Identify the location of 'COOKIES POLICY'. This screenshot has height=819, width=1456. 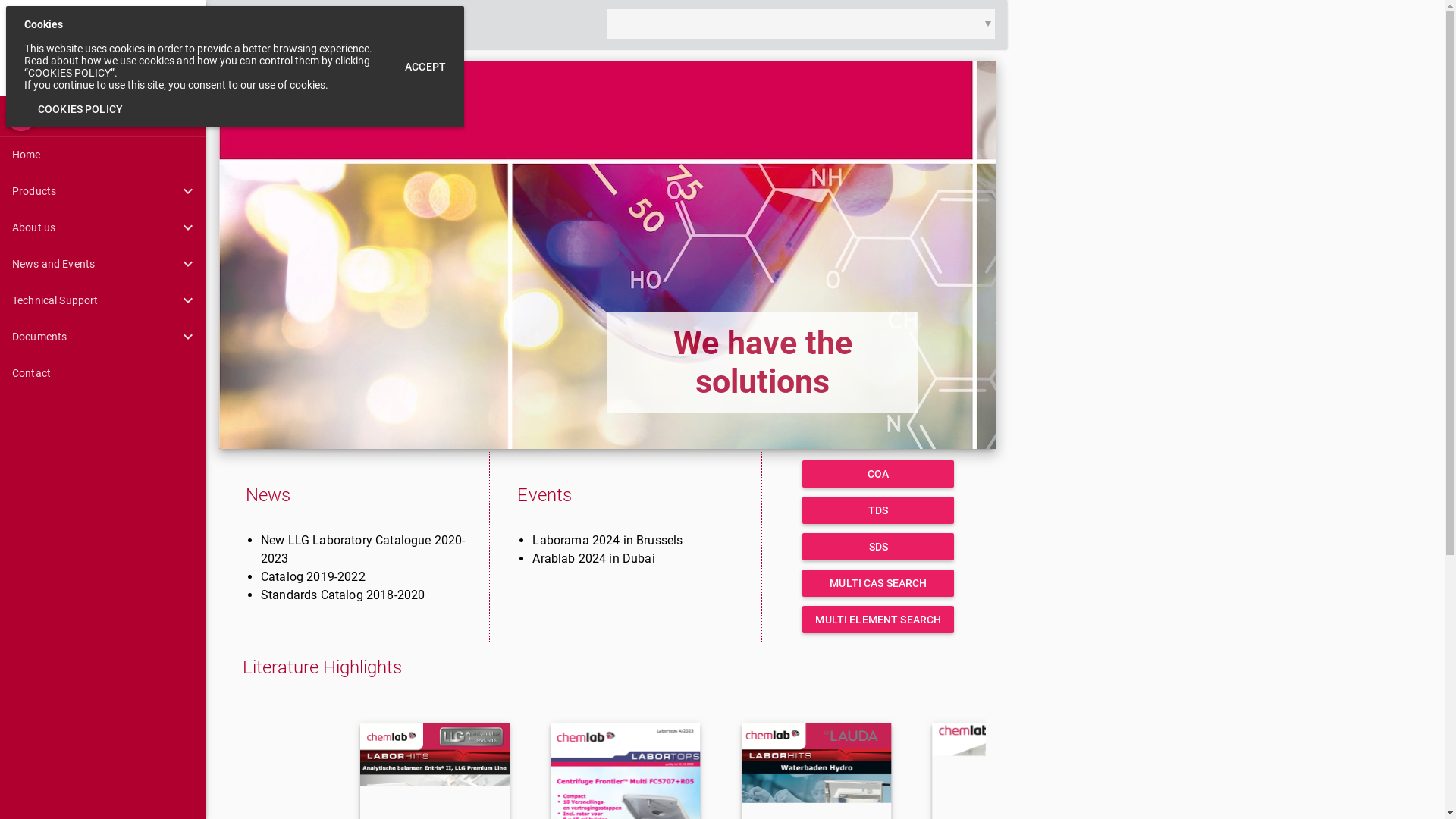
(79, 108).